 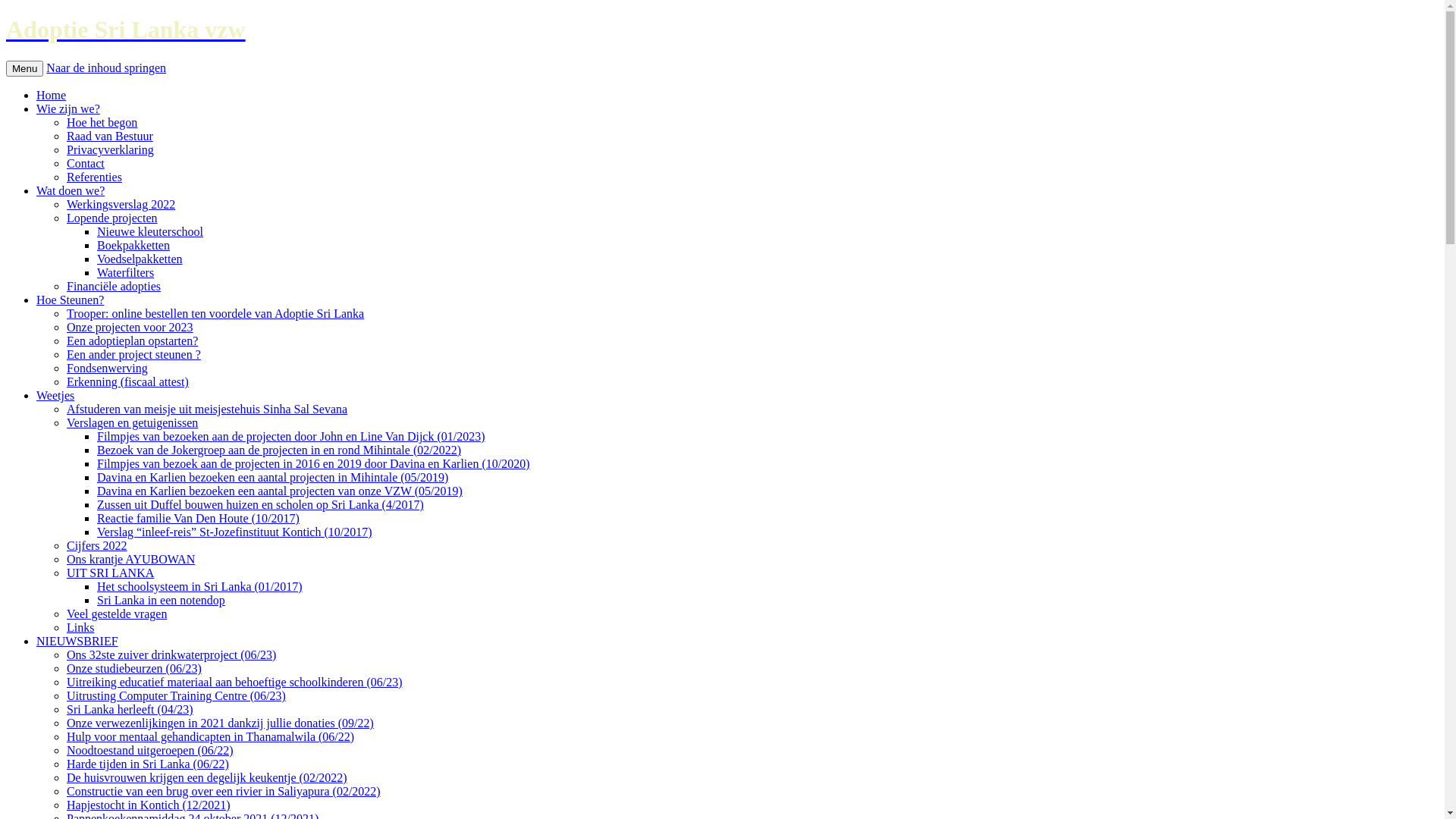 What do you see at coordinates (132, 422) in the screenshot?
I see `'Verslagen en getuigenissen'` at bounding box center [132, 422].